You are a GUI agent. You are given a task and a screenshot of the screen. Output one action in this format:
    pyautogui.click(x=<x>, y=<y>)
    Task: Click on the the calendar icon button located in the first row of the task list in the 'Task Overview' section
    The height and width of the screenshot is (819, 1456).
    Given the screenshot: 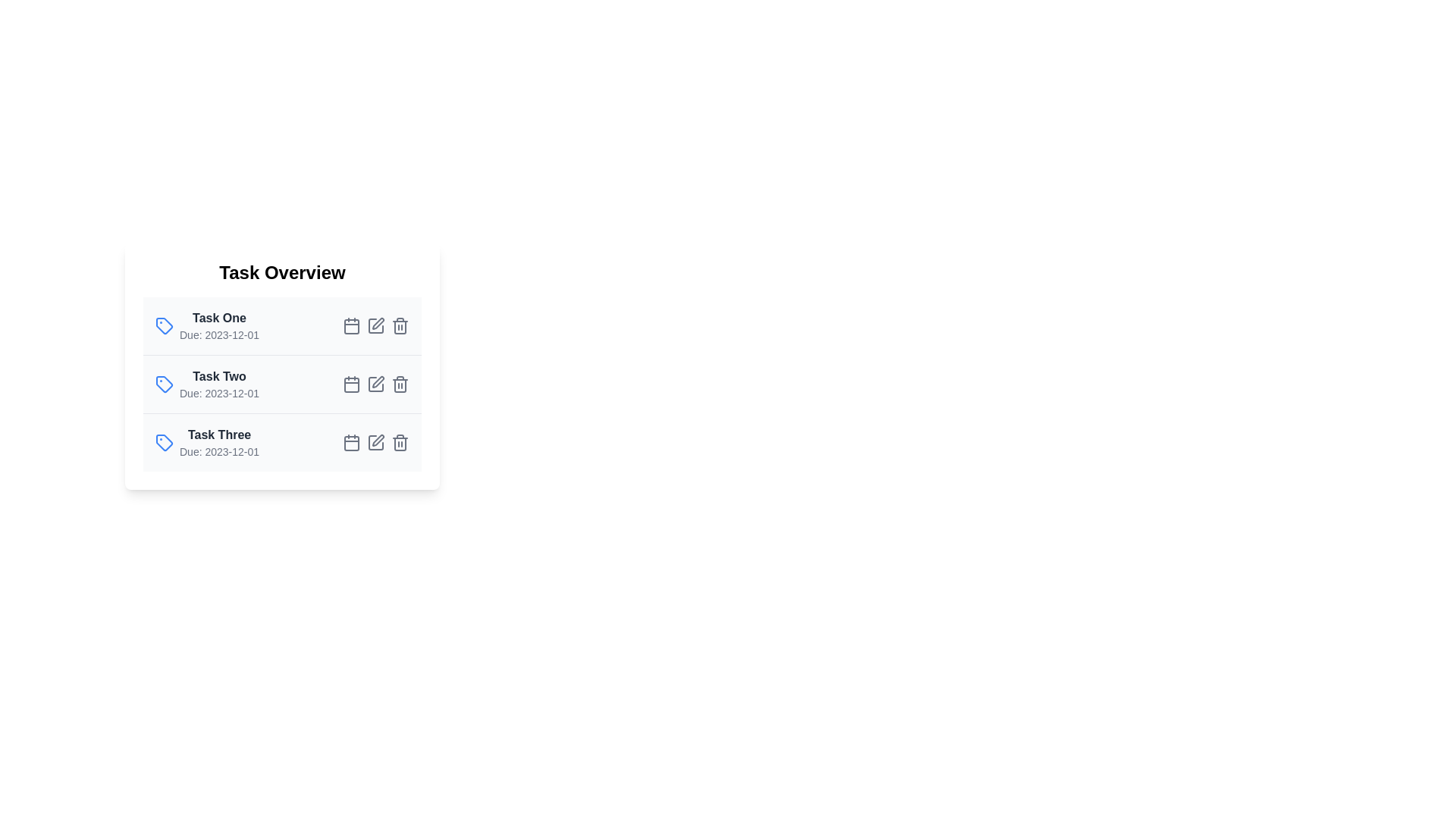 What is the action you would take?
    pyautogui.click(x=351, y=325)
    